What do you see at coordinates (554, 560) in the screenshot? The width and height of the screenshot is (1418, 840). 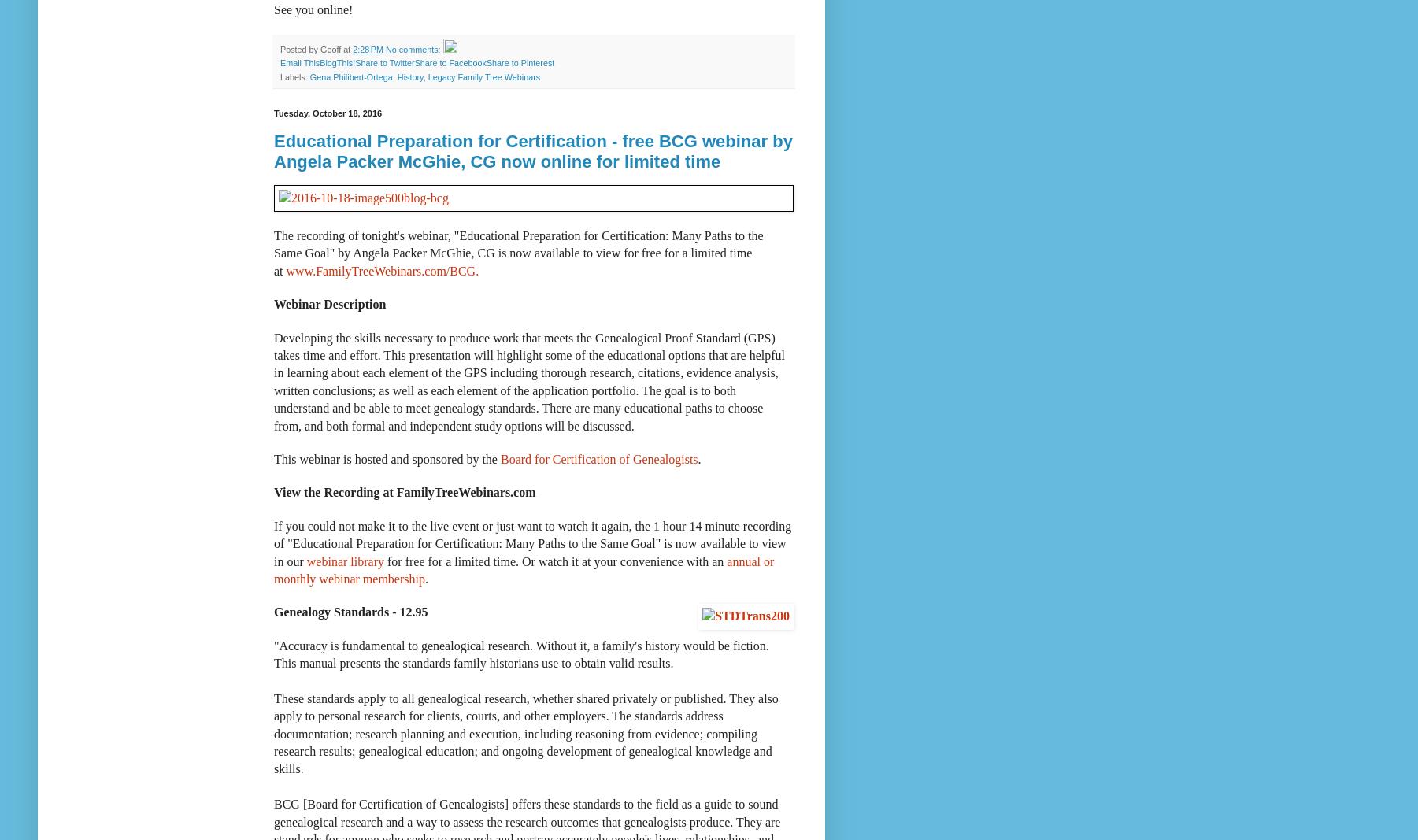 I see `'for free for a limited time. Or watch it at your convenience with an'` at bounding box center [554, 560].